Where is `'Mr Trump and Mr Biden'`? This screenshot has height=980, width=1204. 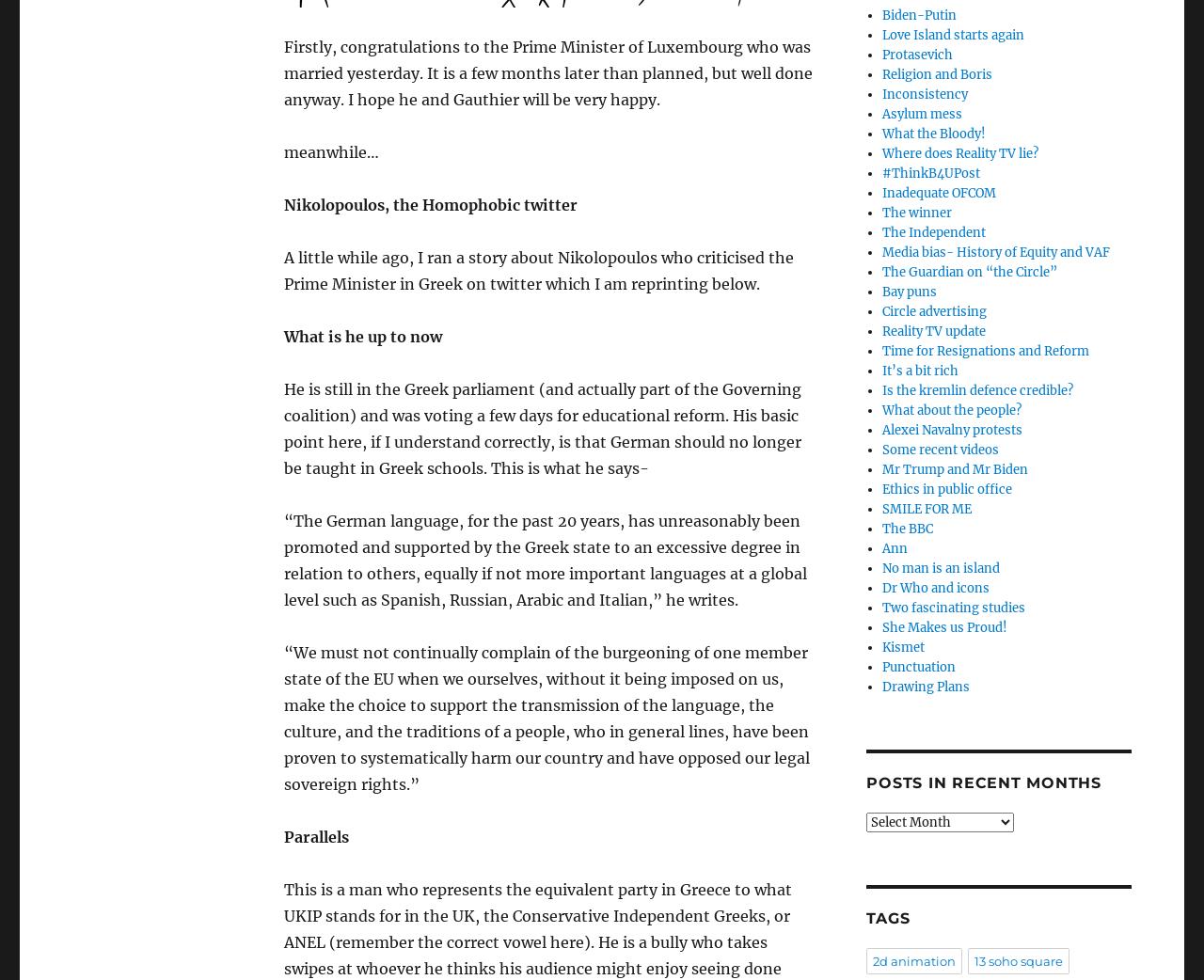
'Mr Trump and Mr Biden' is located at coordinates (954, 469).